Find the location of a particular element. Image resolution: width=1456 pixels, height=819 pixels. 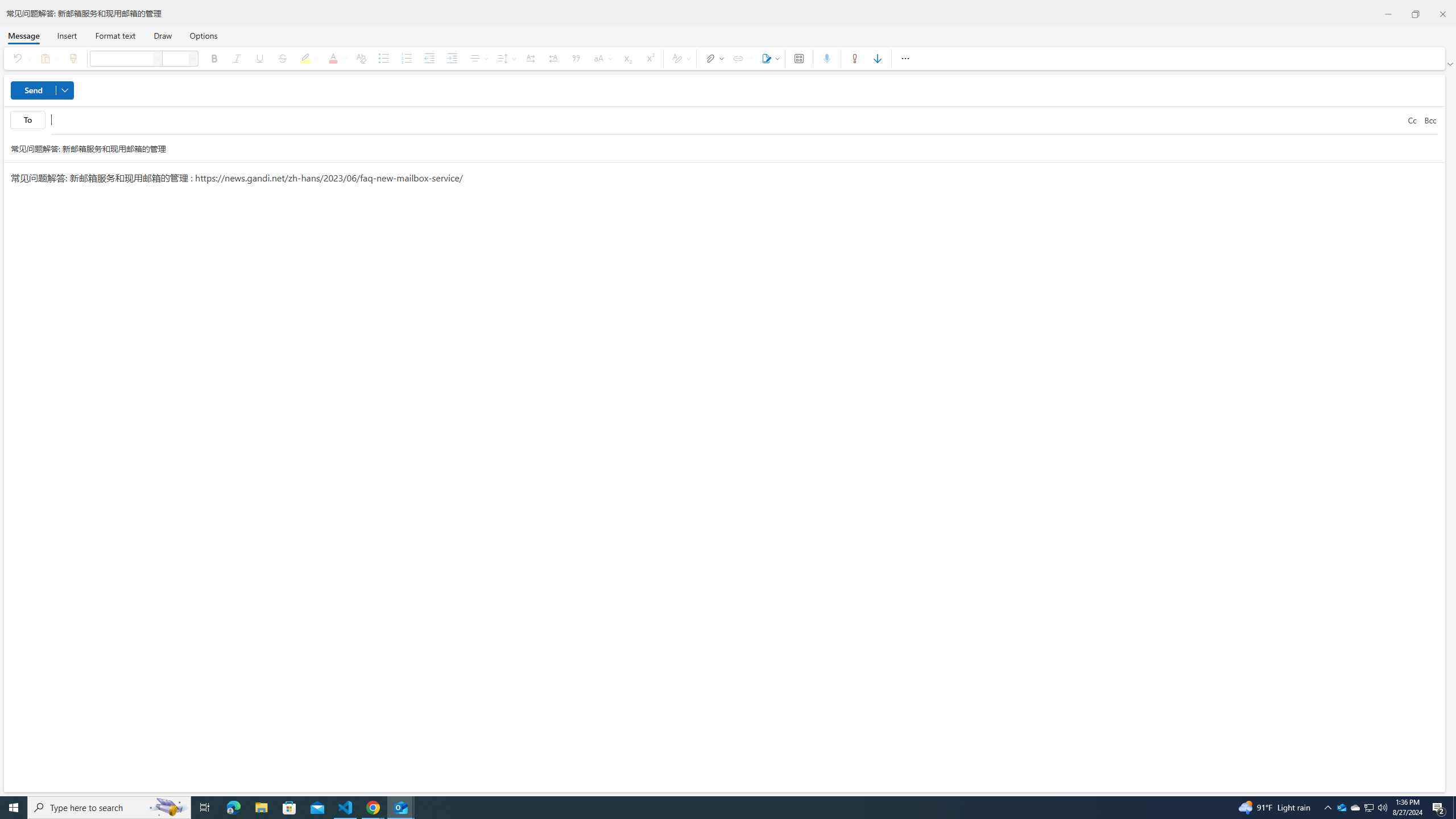

'Subscript' is located at coordinates (626, 58).